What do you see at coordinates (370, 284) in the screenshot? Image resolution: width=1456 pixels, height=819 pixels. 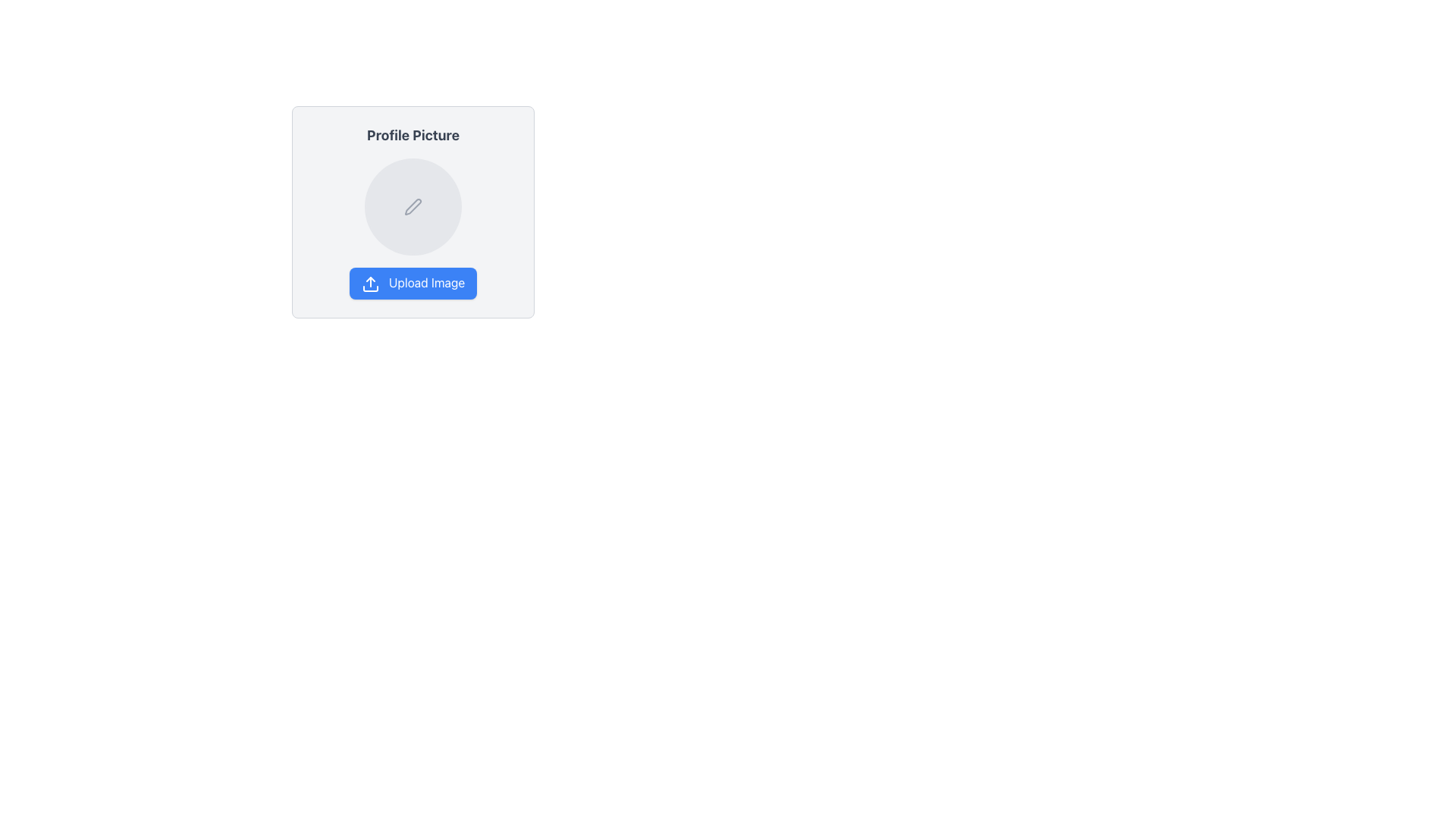 I see `the upload icon located to the left of the 'Upload Image' text within the blue button` at bounding box center [370, 284].